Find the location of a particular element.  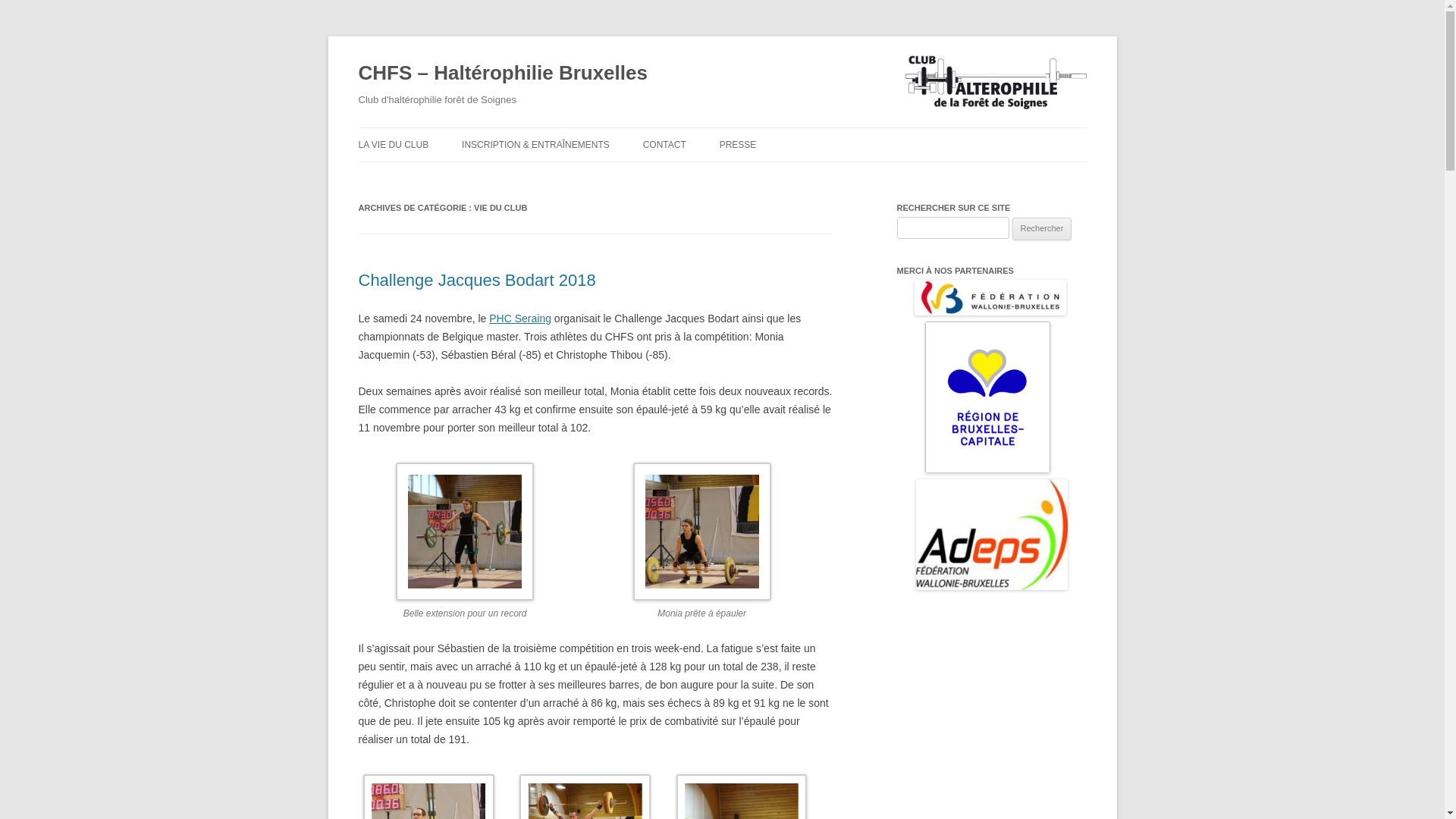

'Rechercher' is located at coordinates (1041, 228).